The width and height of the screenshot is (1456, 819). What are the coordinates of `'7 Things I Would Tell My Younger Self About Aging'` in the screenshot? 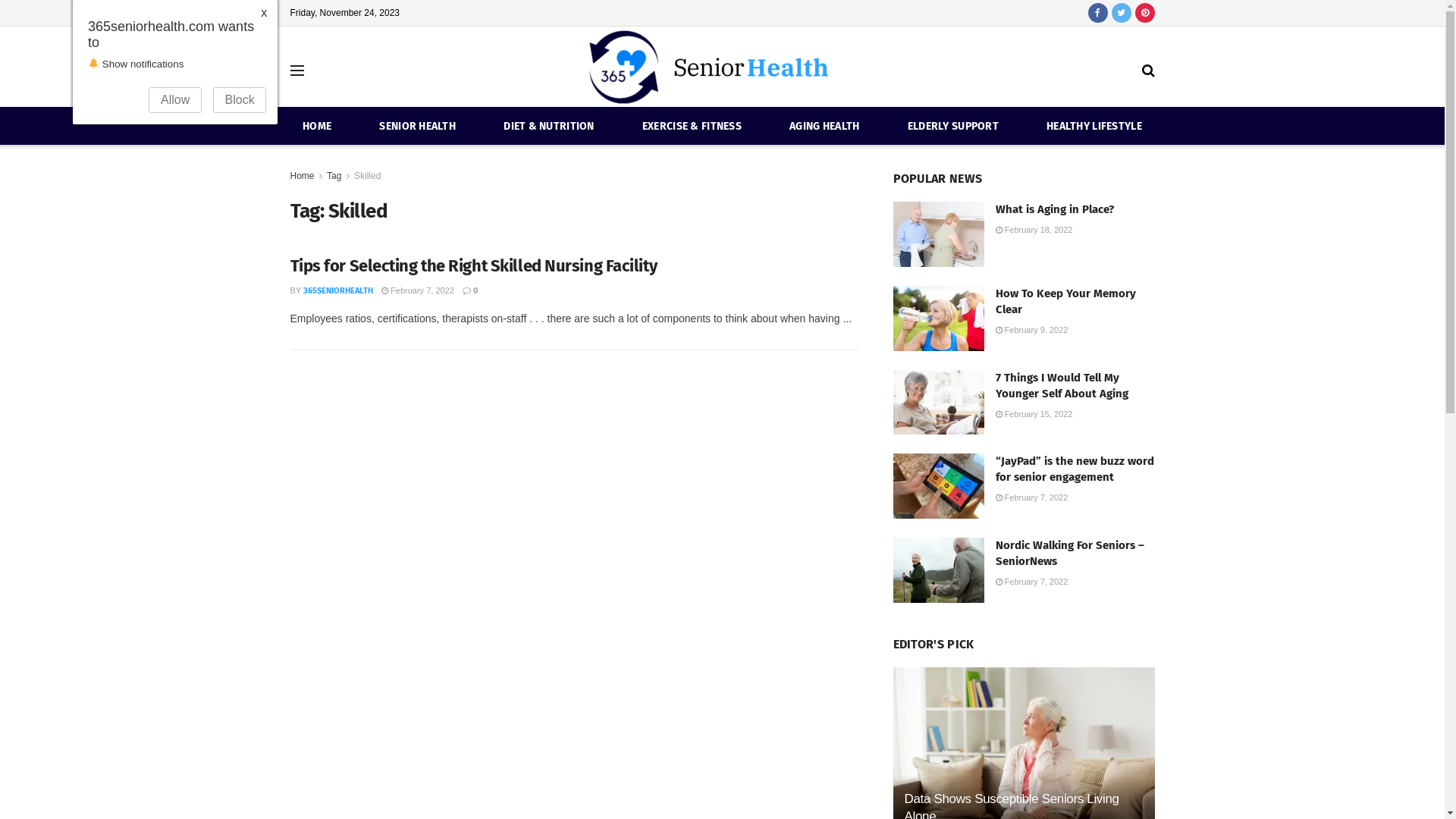 It's located at (994, 384).